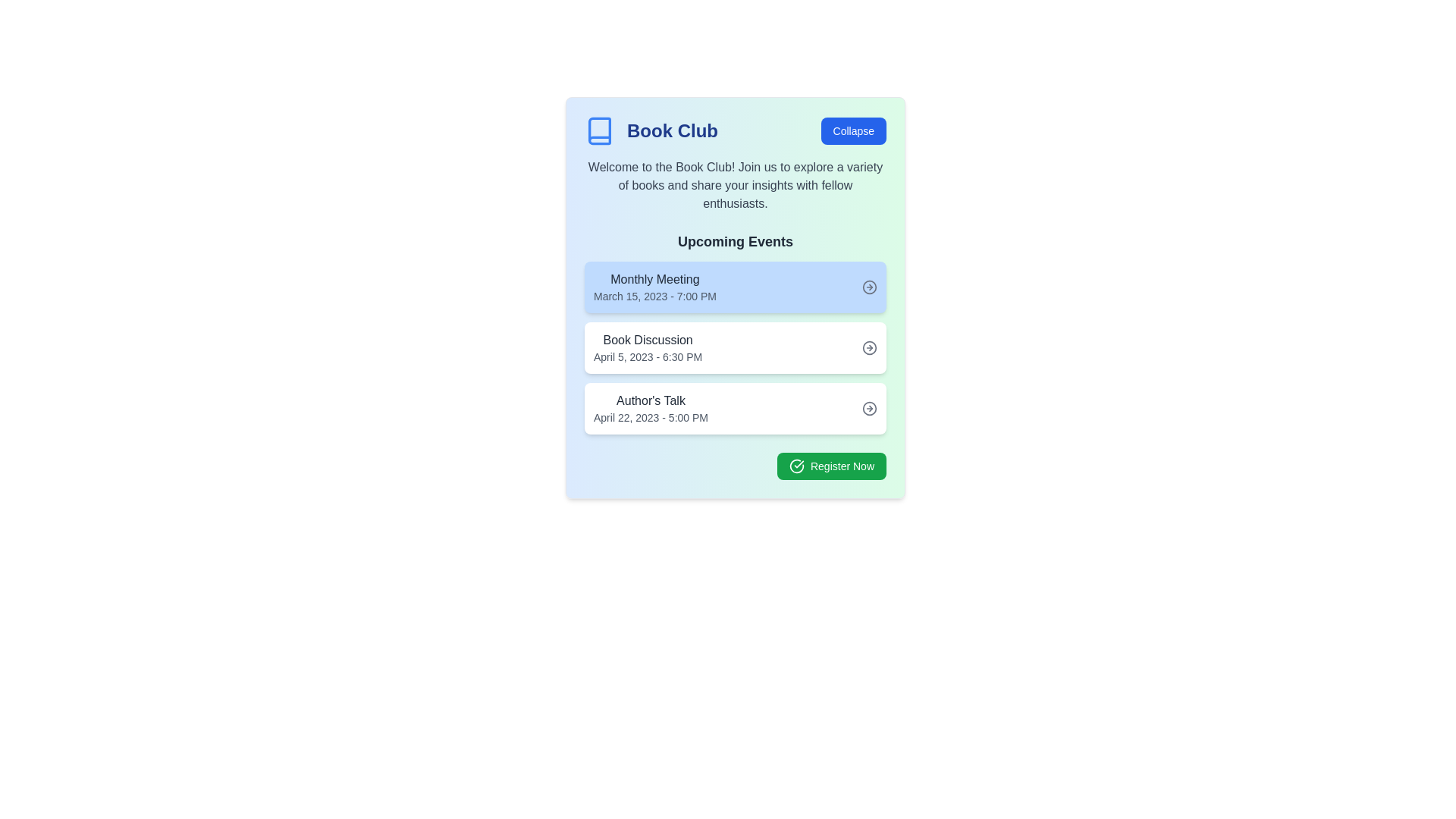  What do you see at coordinates (655, 280) in the screenshot?
I see `title 'Monthly Meeting' displayed in bold and dark gray color, positioned at the top of the upcoming events list` at bounding box center [655, 280].